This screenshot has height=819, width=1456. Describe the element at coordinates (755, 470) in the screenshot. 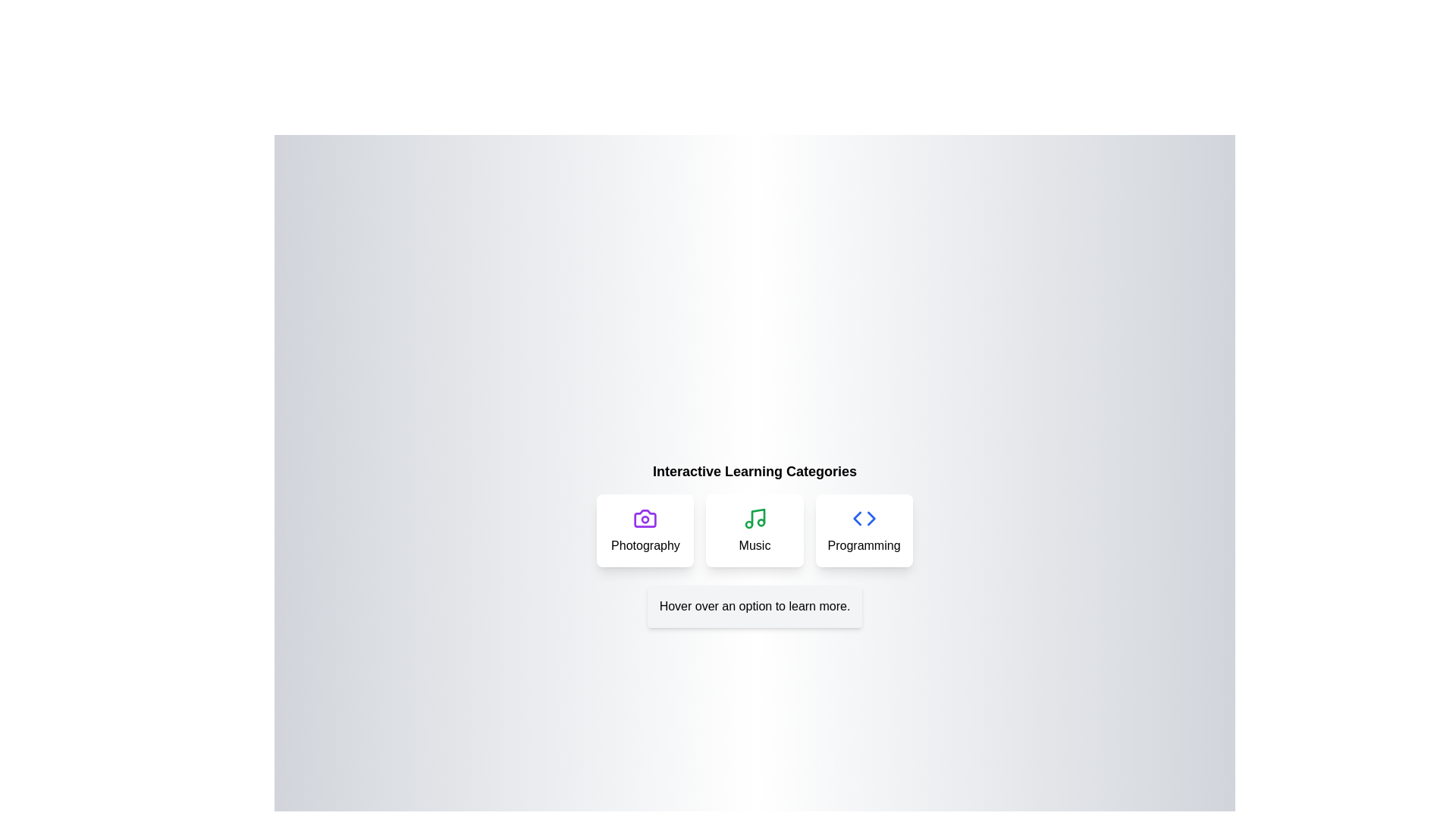

I see `text content of the title or heading located at the top center of the learning options grouping, which categorizes the available learning options such as 'Photography', 'Music', and 'Programming'` at that location.